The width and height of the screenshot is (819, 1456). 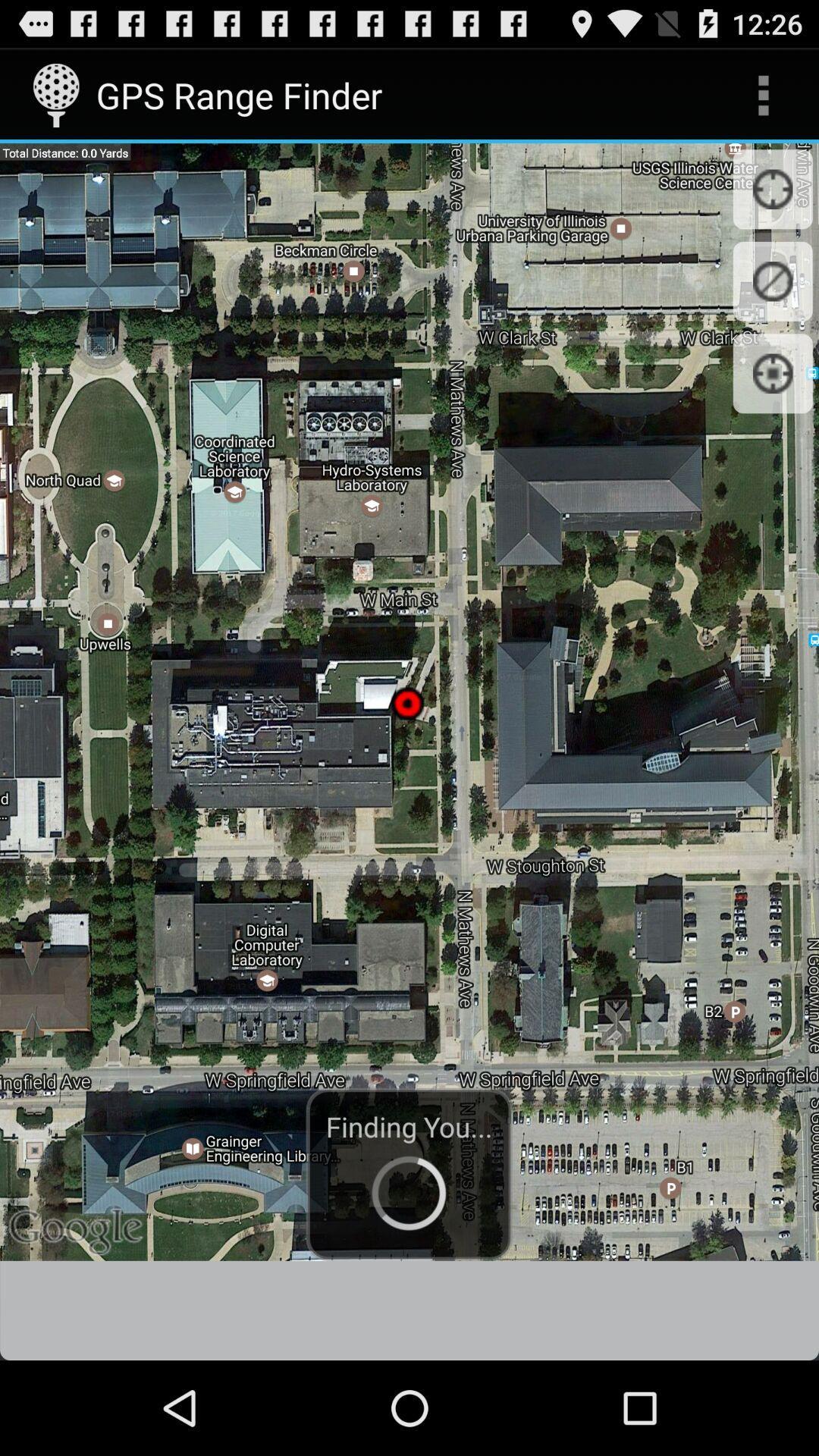 What do you see at coordinates (773, 202) in the screenshot?
I see `the location_crosshair icon` at bounding box center [773, 202].